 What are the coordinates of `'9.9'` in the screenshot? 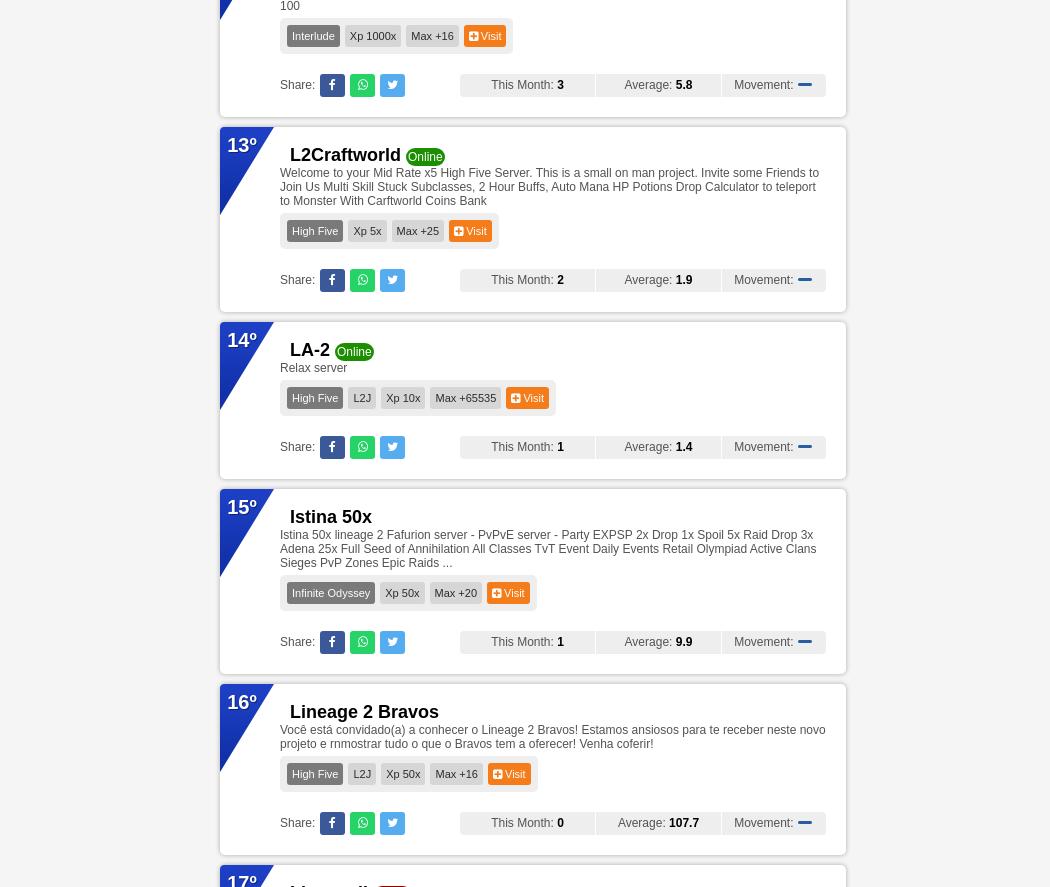 It's located at (683, 641).